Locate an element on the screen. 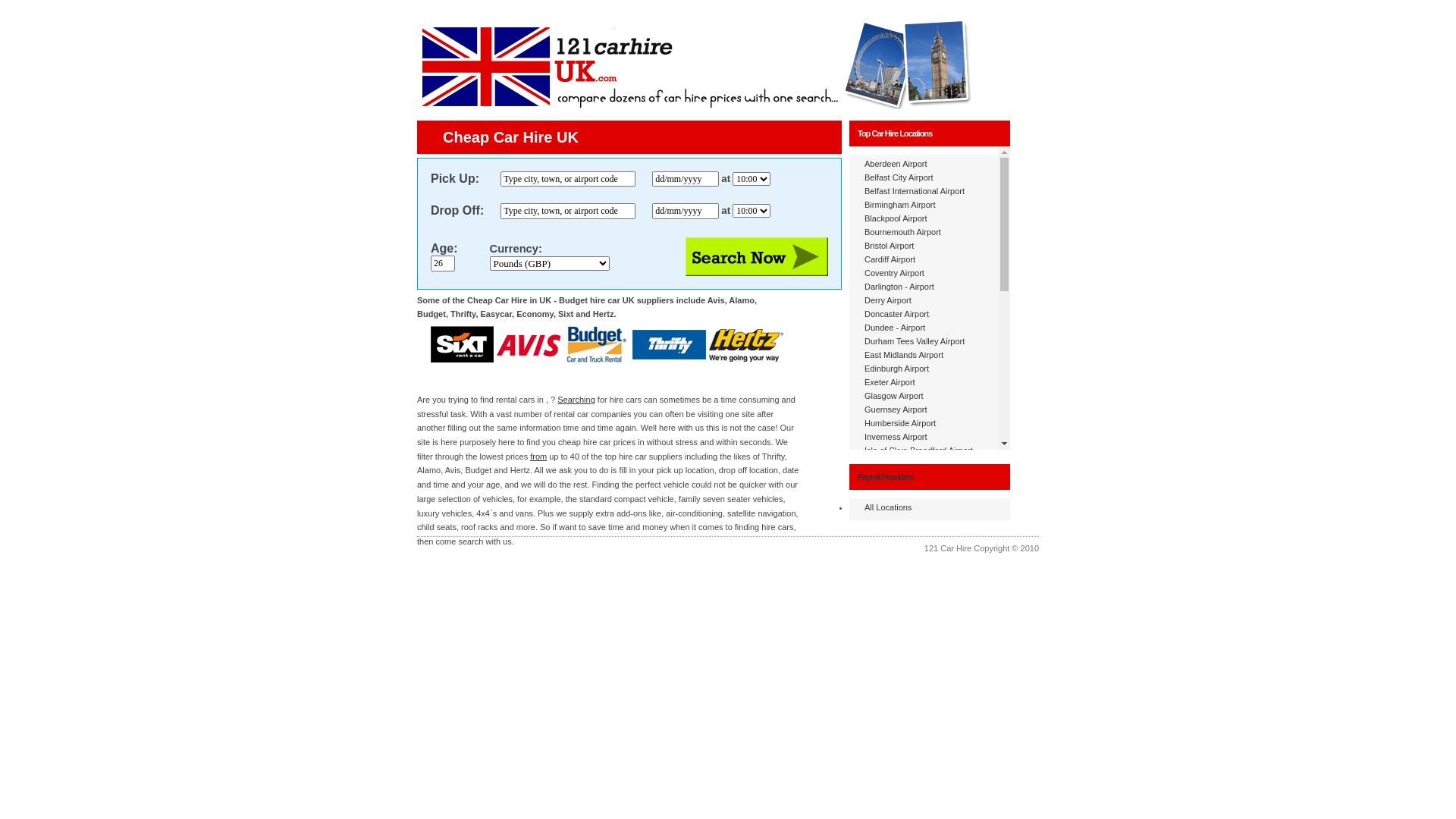  'John Lennon Airport' is located at coordinates (902, 476).